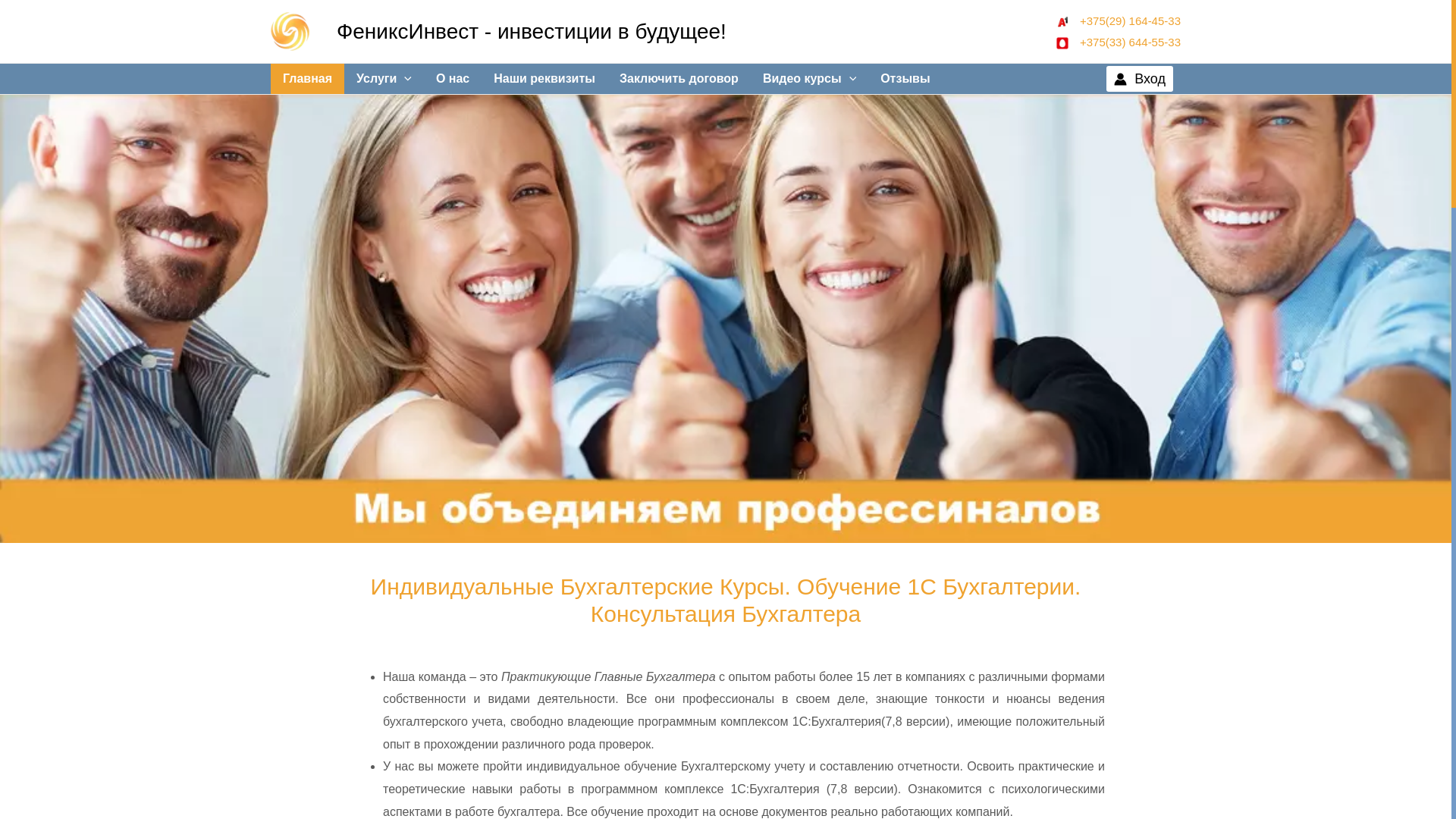 The image size is (1456, 819). I want to click on '   +375(29) 164-45-33', so click(1117, 20).